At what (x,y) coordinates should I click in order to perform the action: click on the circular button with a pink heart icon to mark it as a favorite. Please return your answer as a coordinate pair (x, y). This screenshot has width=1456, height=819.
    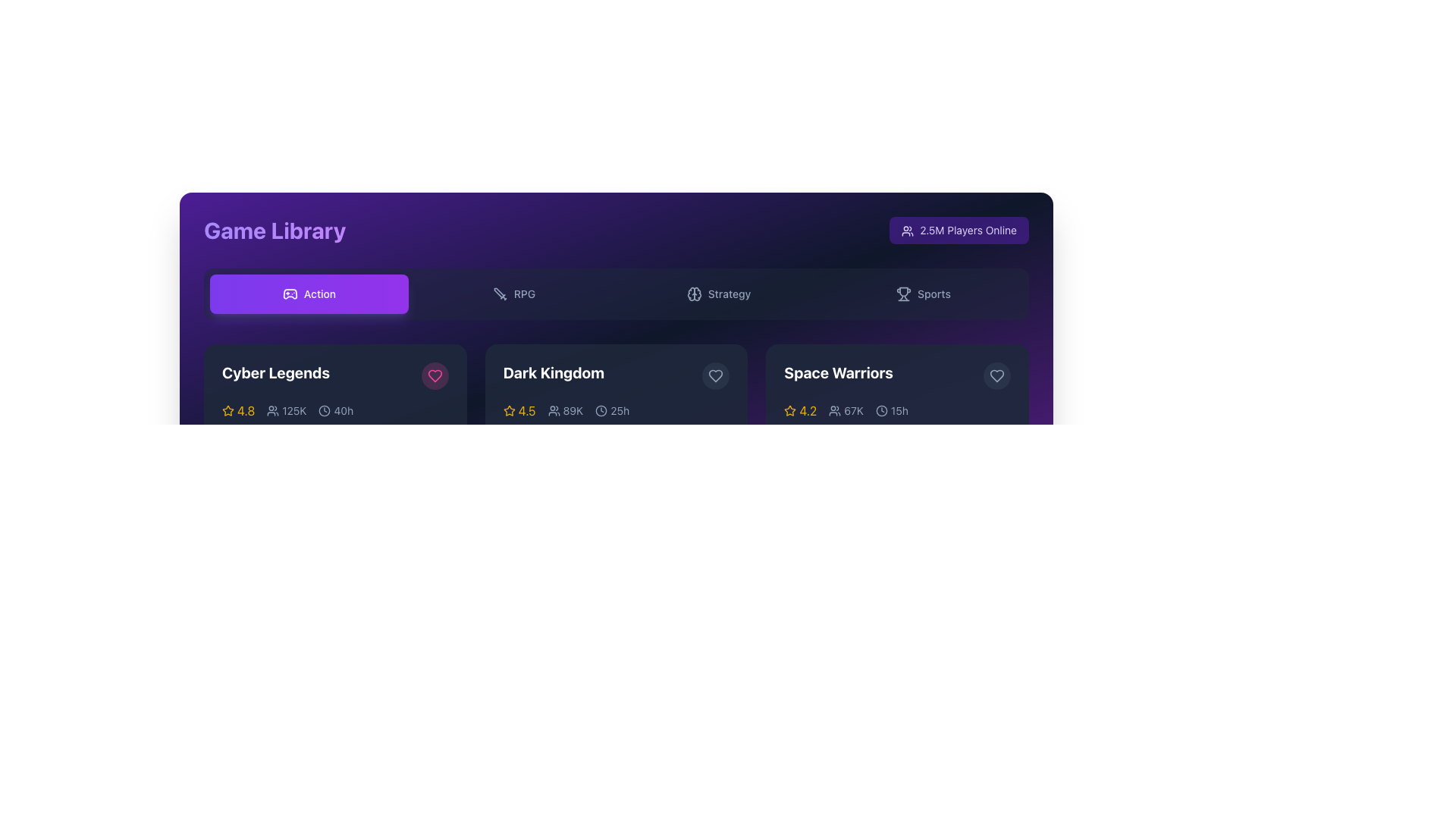
    Looking at the image, I should click on (434, 375).